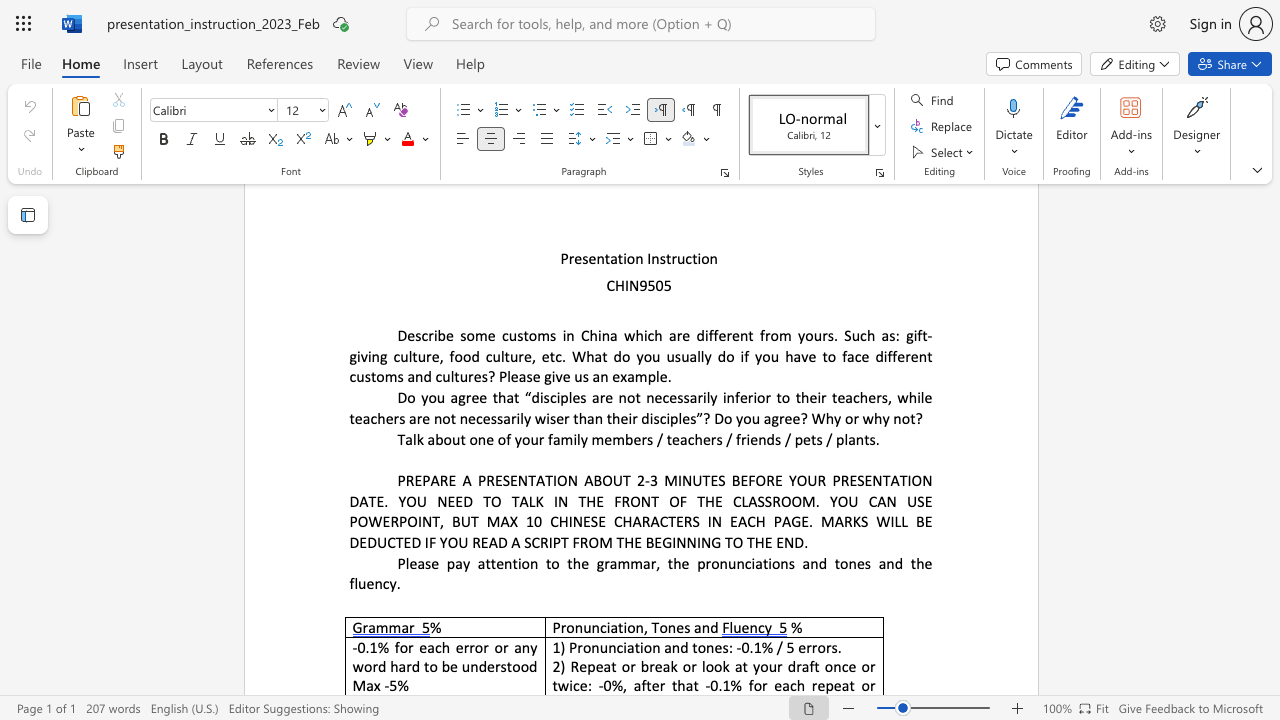 This screenshot has height=720, width=1280. I want to click on the subset text "ax -5%" within the text "-0.1% for each error or any word hard to be understood Max -5%", so click(366, 684).